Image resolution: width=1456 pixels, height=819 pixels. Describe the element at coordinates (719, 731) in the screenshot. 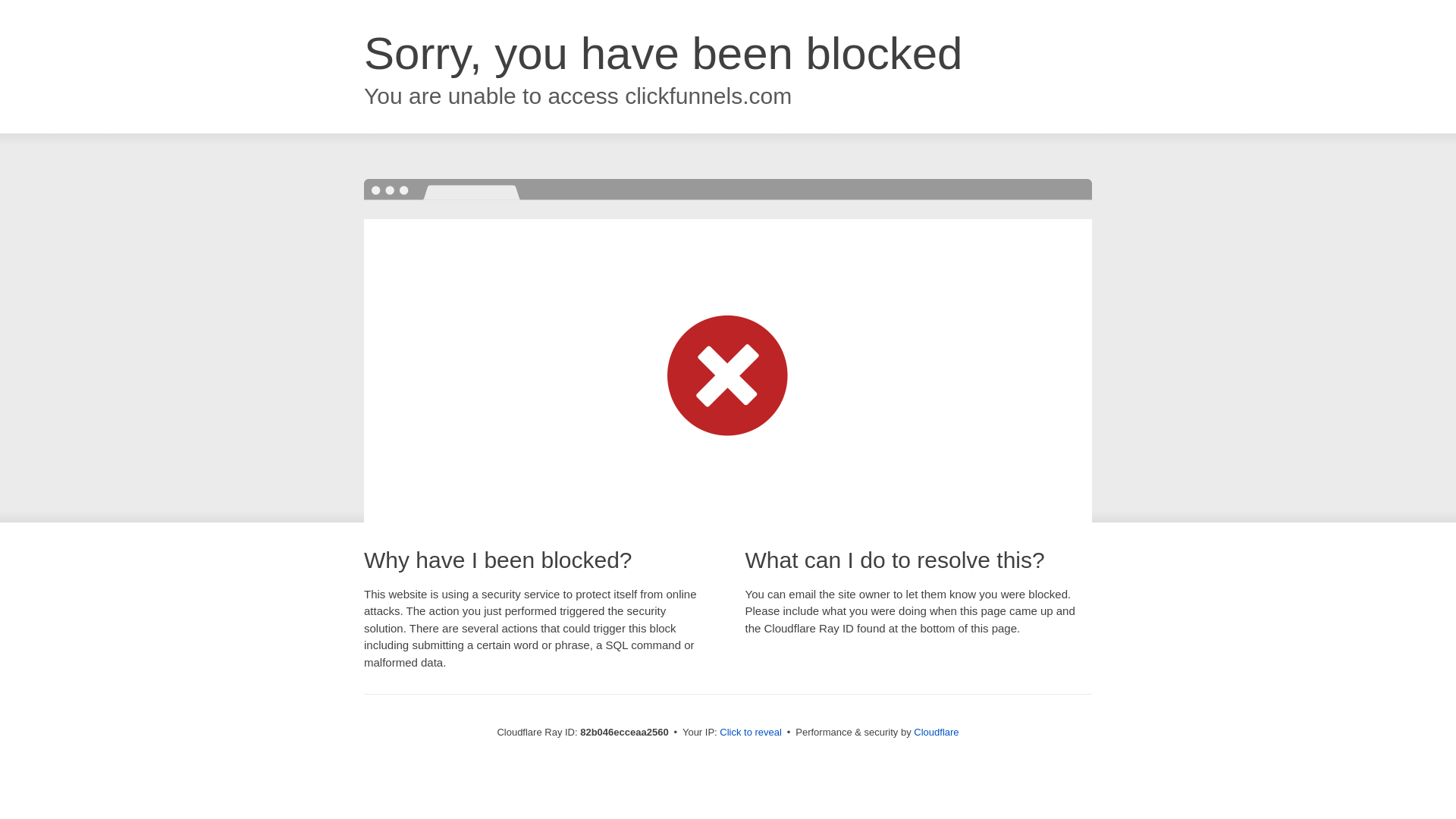

I see `'Click to reveal'` at that location.